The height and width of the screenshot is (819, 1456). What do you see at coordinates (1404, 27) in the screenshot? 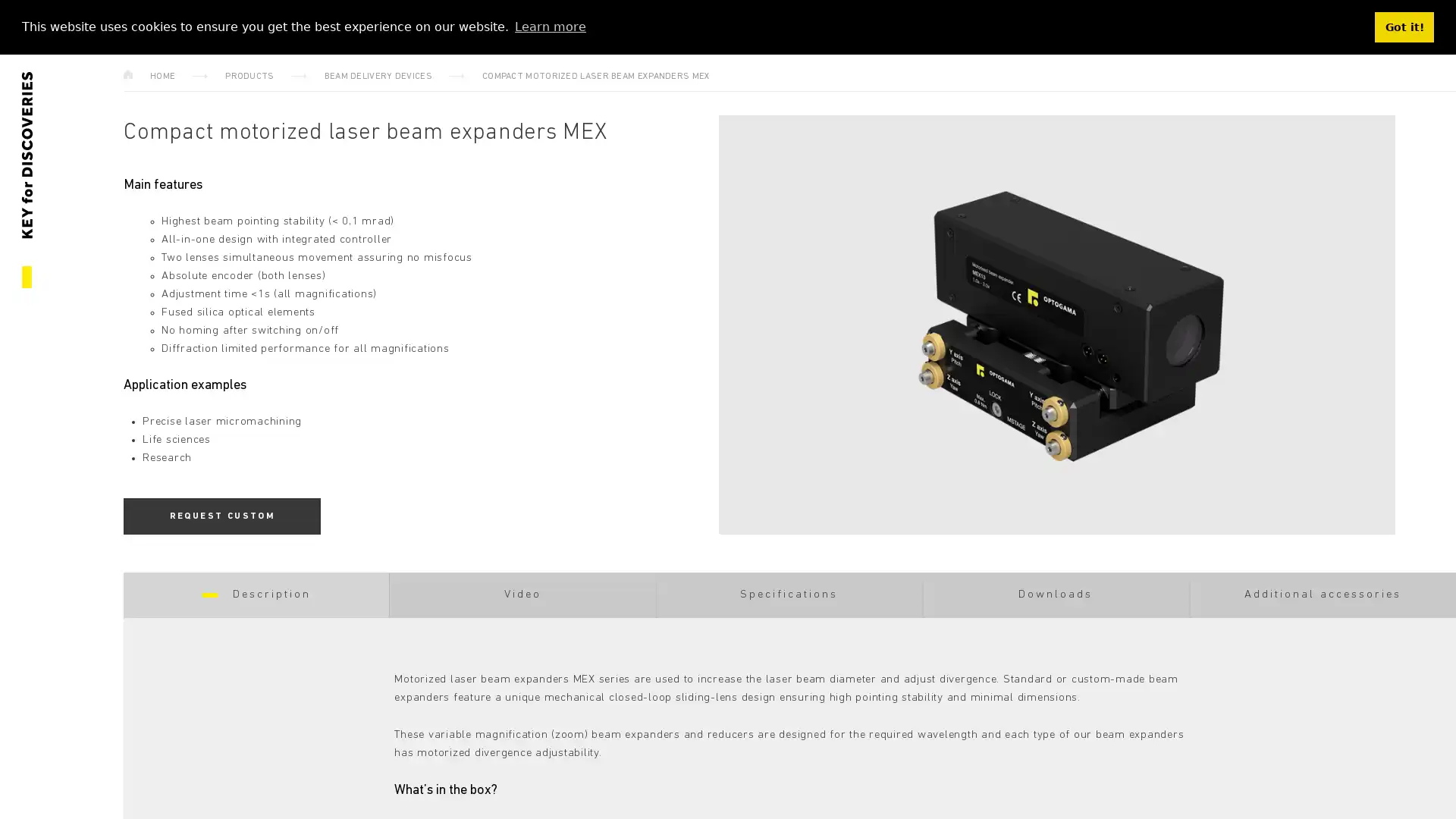
I see `dismiss cookie message` at bounding box center [1404, 27].